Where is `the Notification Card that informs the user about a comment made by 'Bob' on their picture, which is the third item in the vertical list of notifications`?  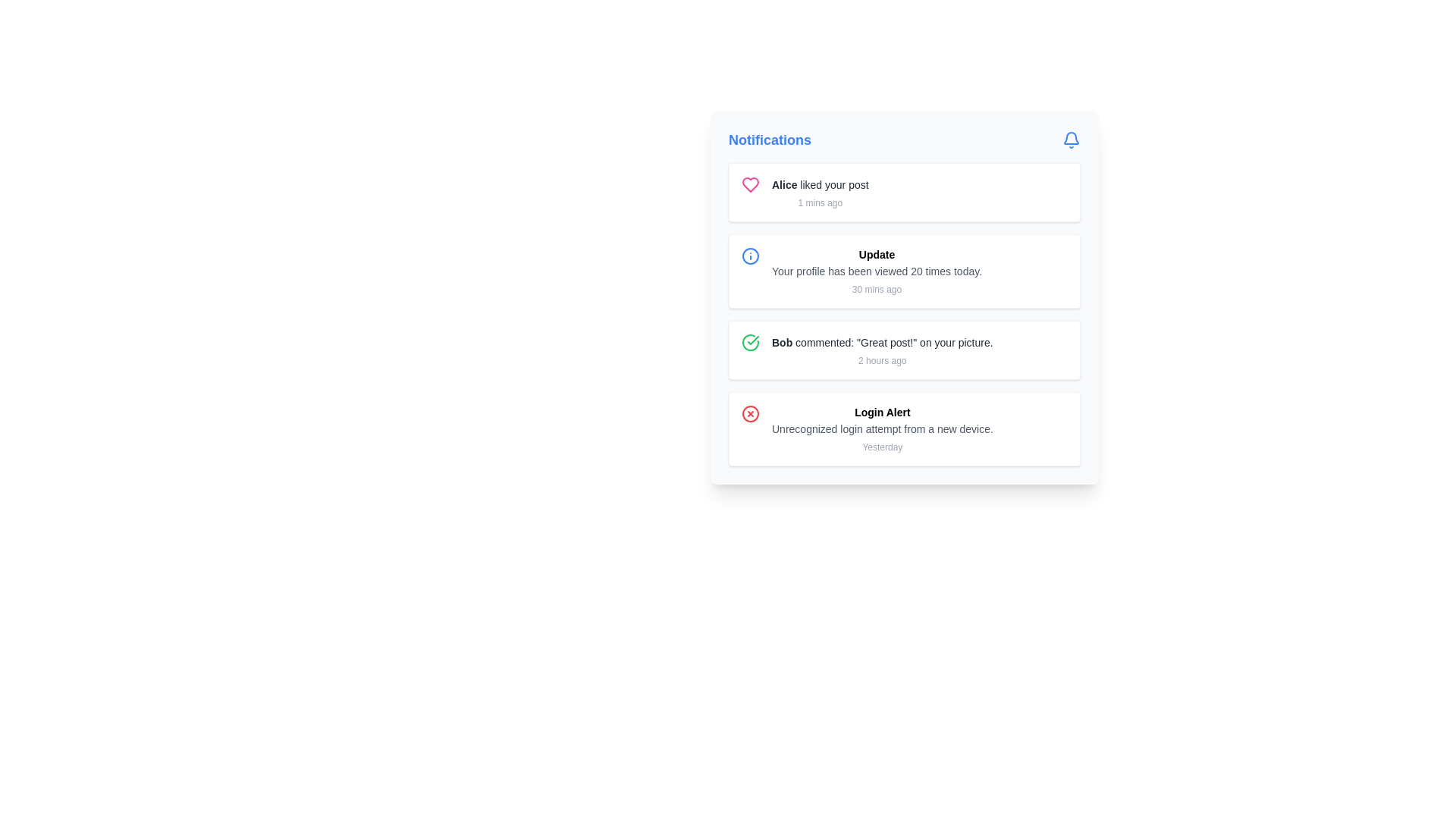
the Notification Card that informs the user about a comment made by 'Bob' on their picture, which is the third item in the vertical list of notifications is located at coordinates (905, 350).